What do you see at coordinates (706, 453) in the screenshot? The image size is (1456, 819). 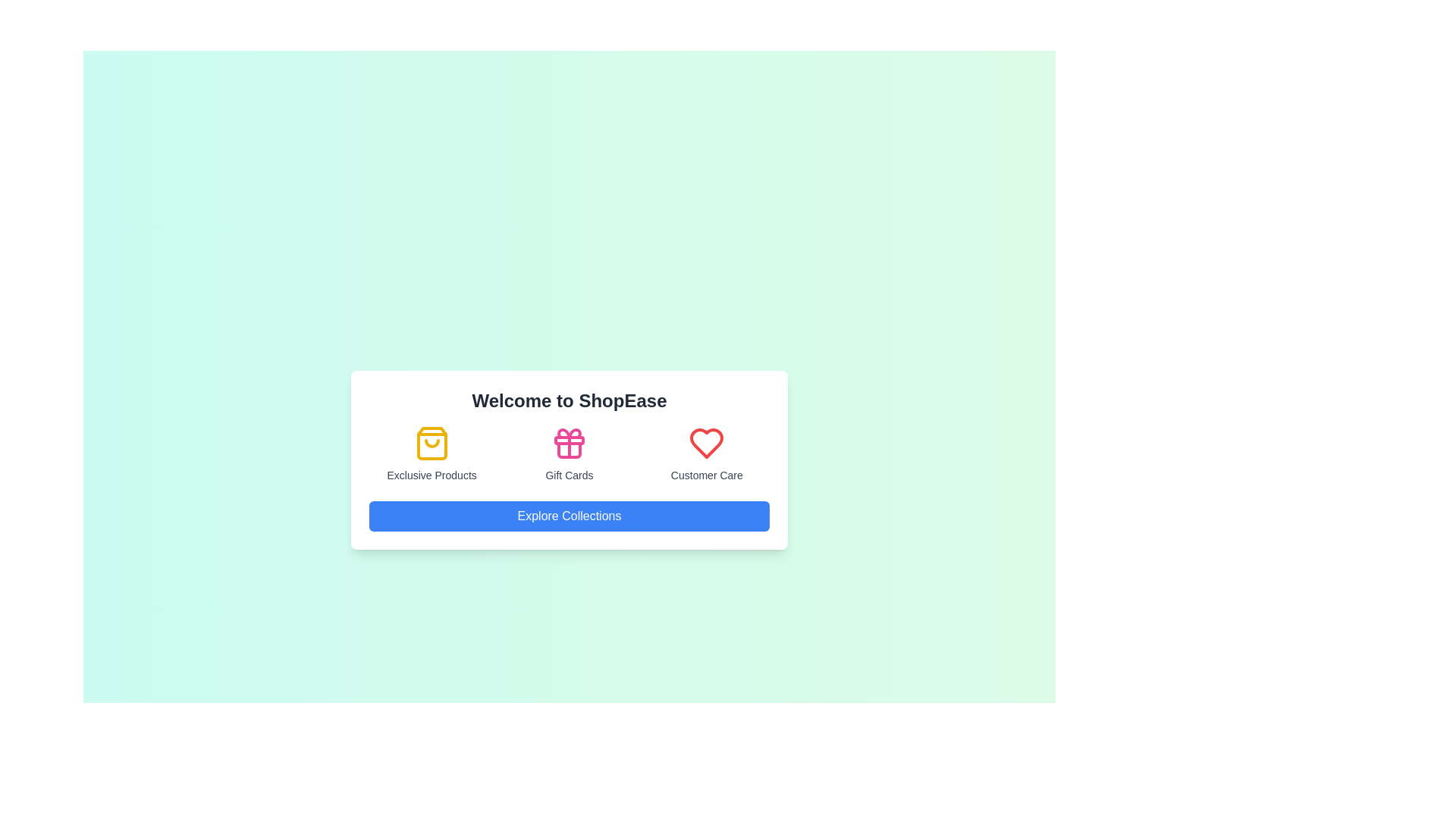 I see `the Informative label with a red heart icon and the text 'Customer Care', which is the third item in a horizontal list at the bottom-right of the central white card` at bounding box center [706, 453].